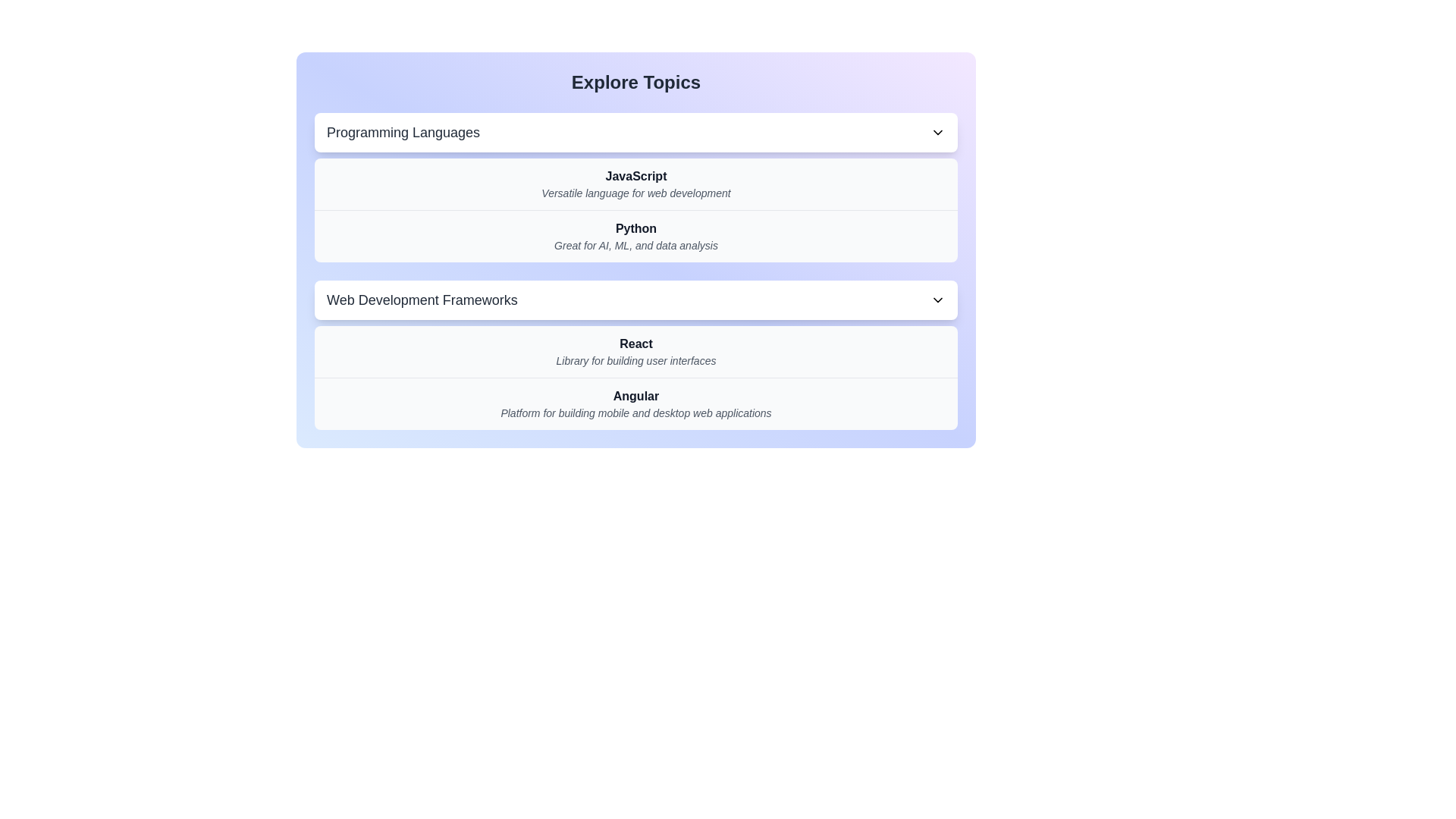  I want to click on the descriptive subtitle text label located in the bottom section of the 'React' card under the 'Web Development Frameworks' category, positioned directly below the title 'React', so click(636, 360).